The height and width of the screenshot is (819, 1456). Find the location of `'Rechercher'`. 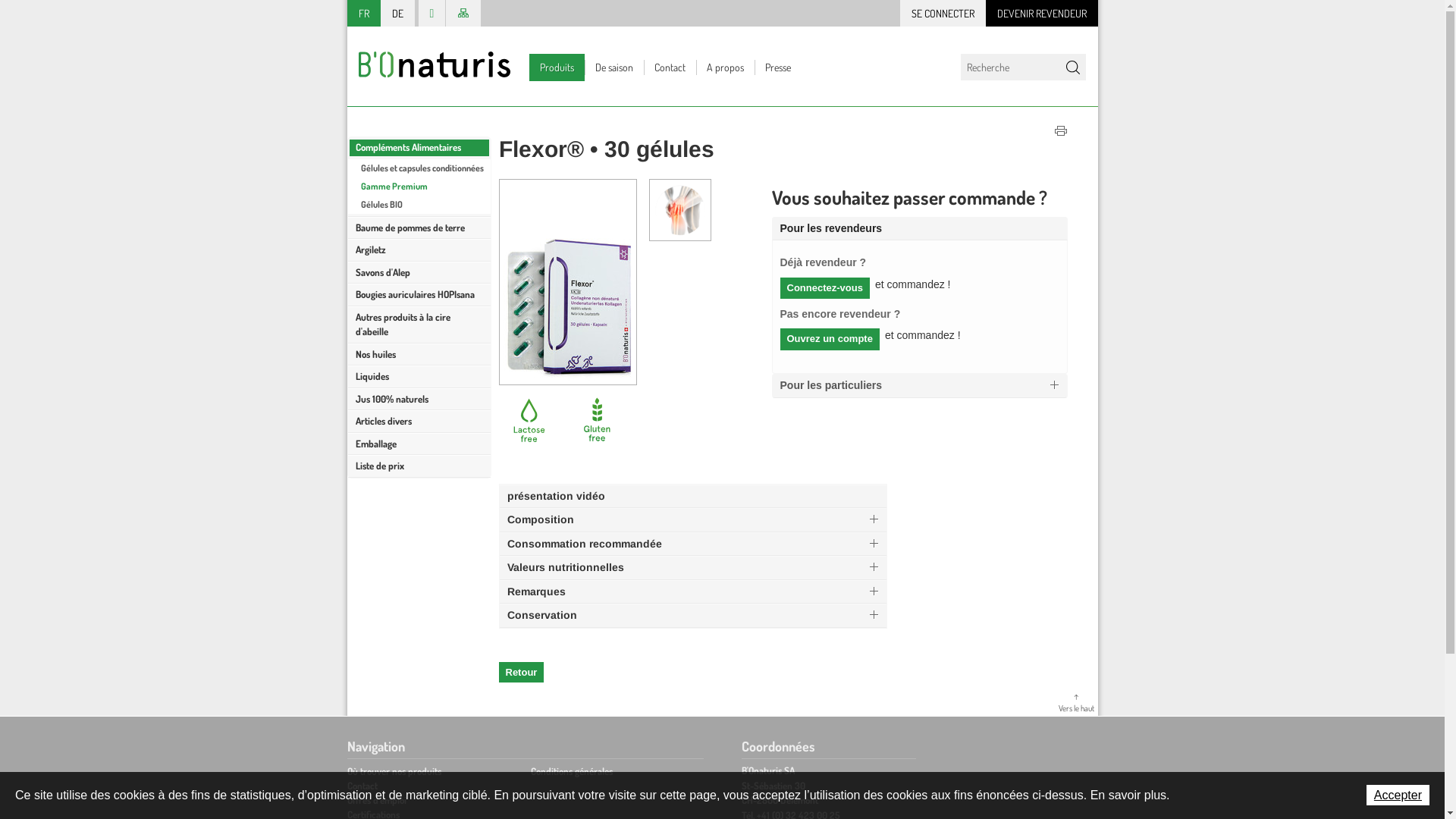

'Rechercher' is located at coordinates (1071, 66).